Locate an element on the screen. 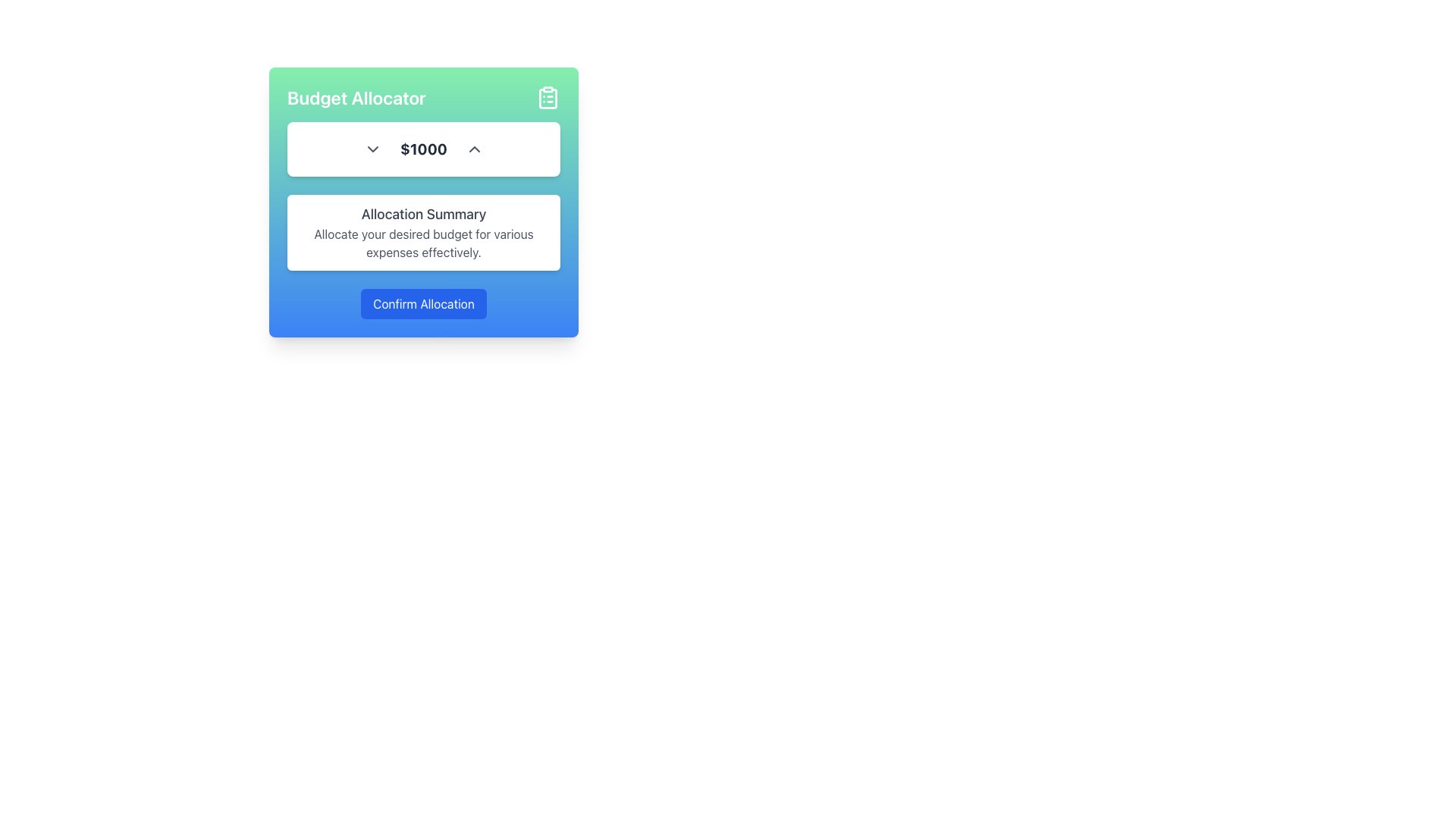  the chevron button located to the left of the '$1000' text in the rounded rectangular component of the 'Budget Allocator' interface is located at coordinates (373, 149).